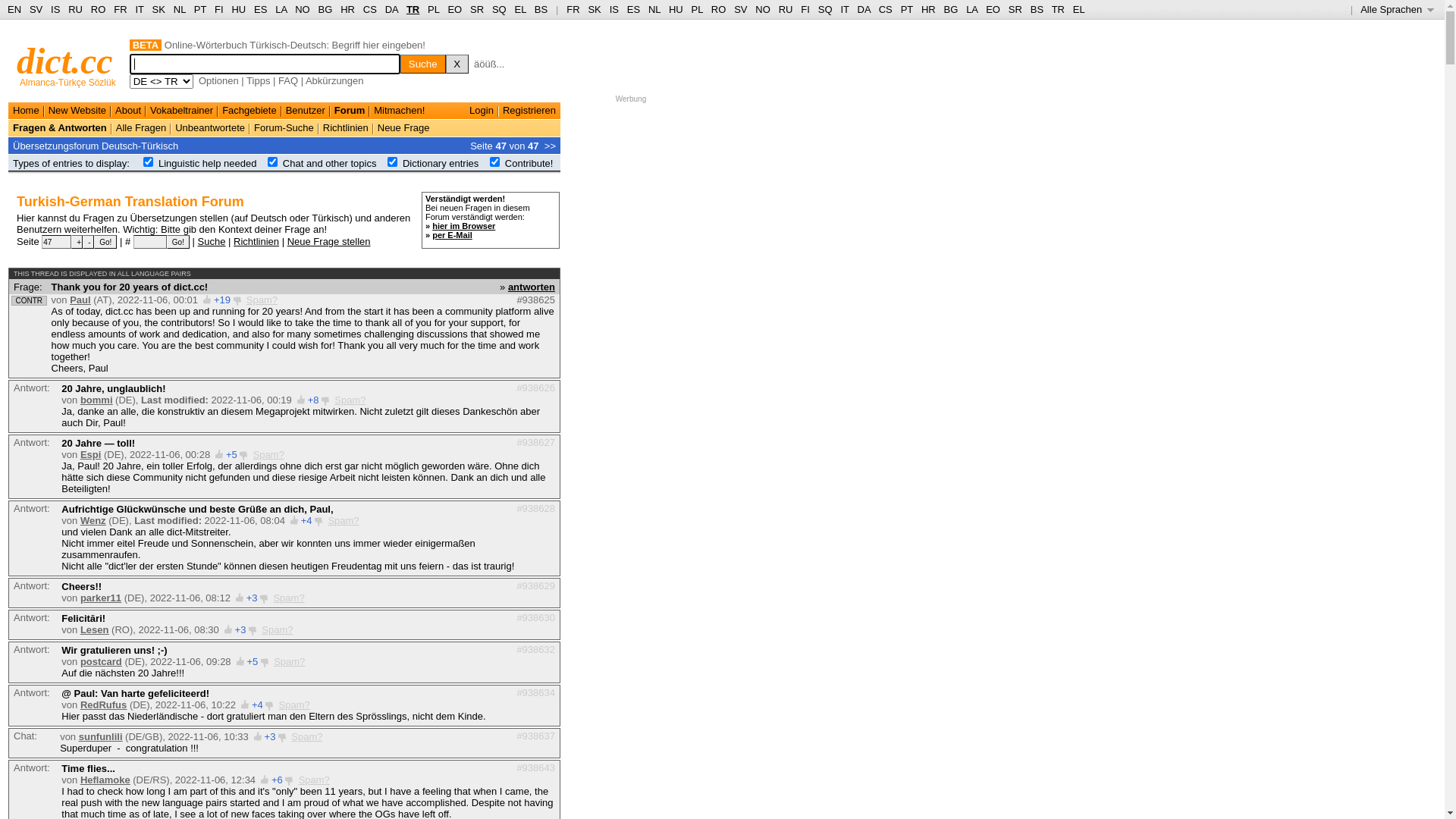 The width and height of the screenshot is (1456, 819). I want to click on '>>', so click(549, 145).